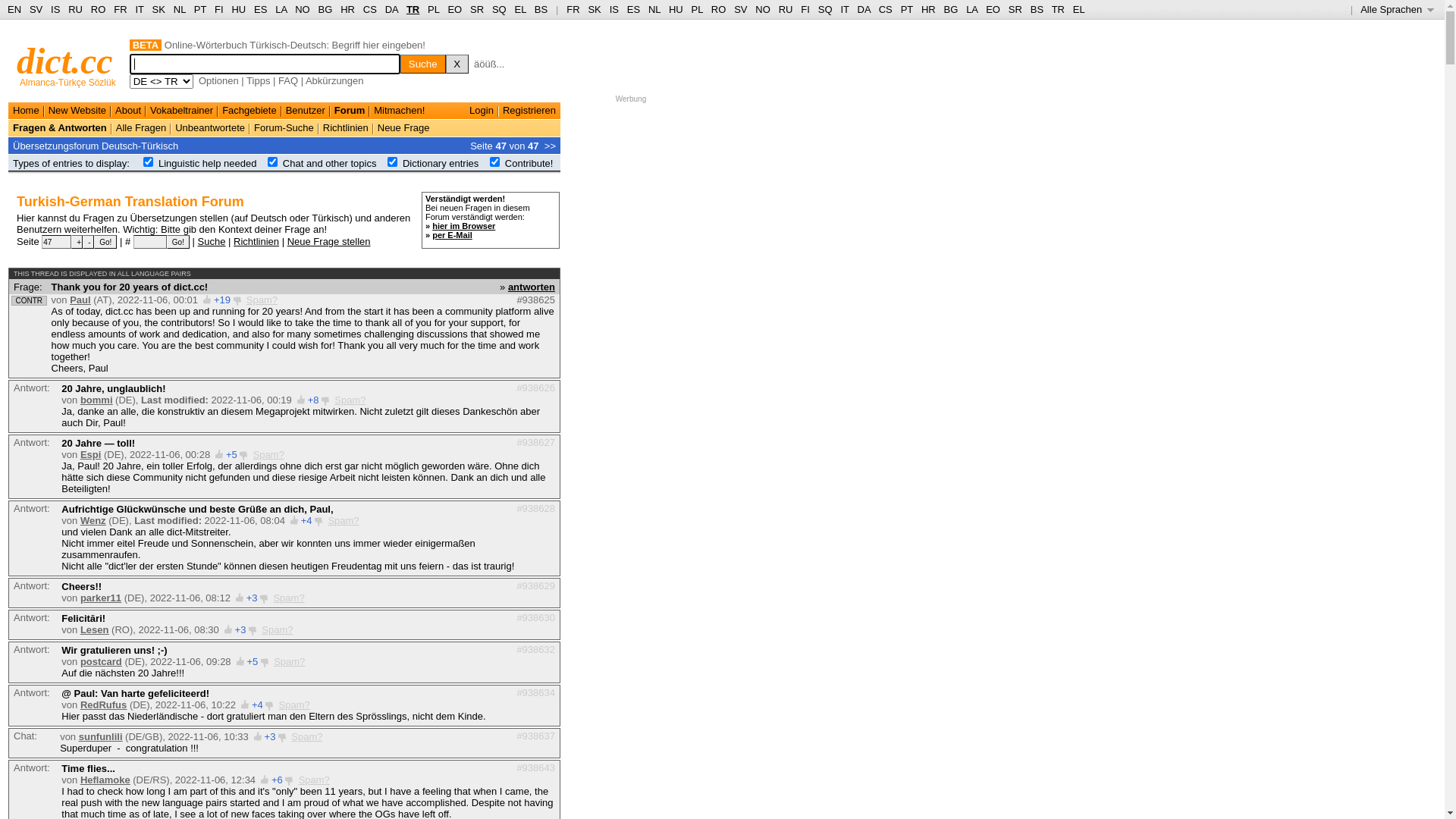 The width and height of the screenshot is (1456, 819). I want to click on '>>', so click(549, 145).